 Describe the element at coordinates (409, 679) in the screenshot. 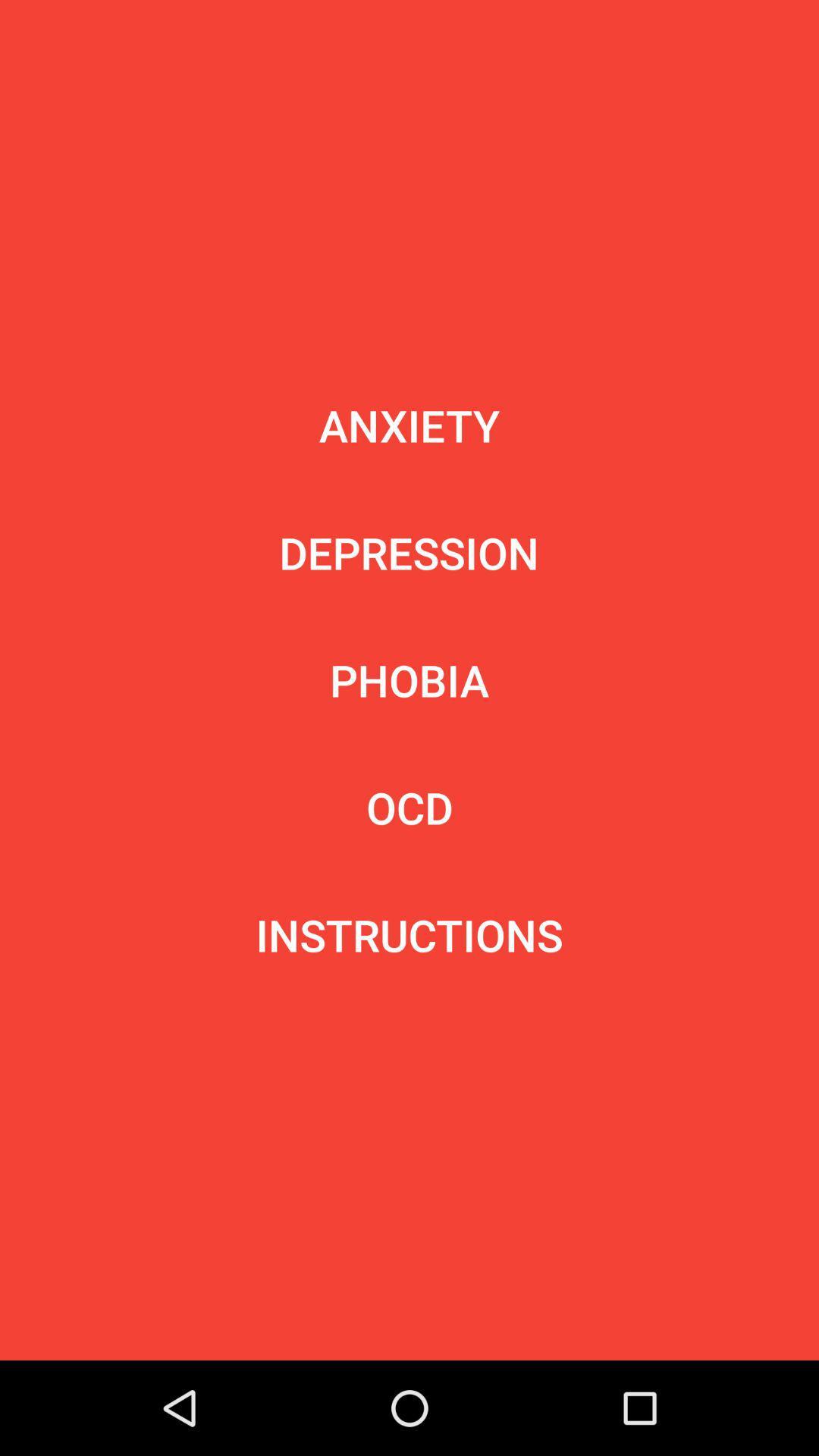

I see `the phobia icon` at that location.